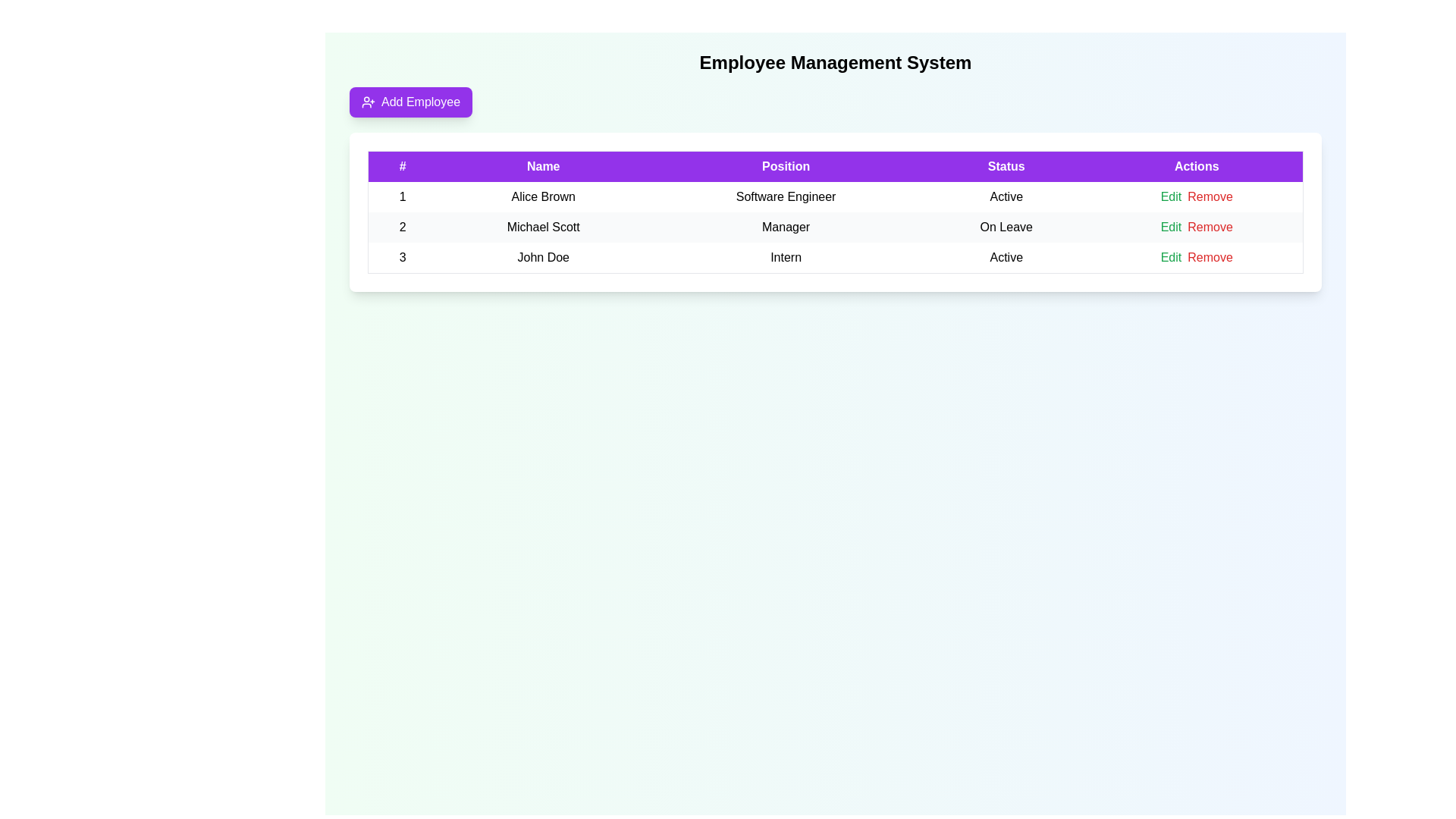  What do you see at coordinates (402, 257) in the screenshot?
I see `the static text displaying the number '3' in bold black text, located in the first column of the table under the '#' header for 'John Doe' in the third row` at bounding box center [402, 257].